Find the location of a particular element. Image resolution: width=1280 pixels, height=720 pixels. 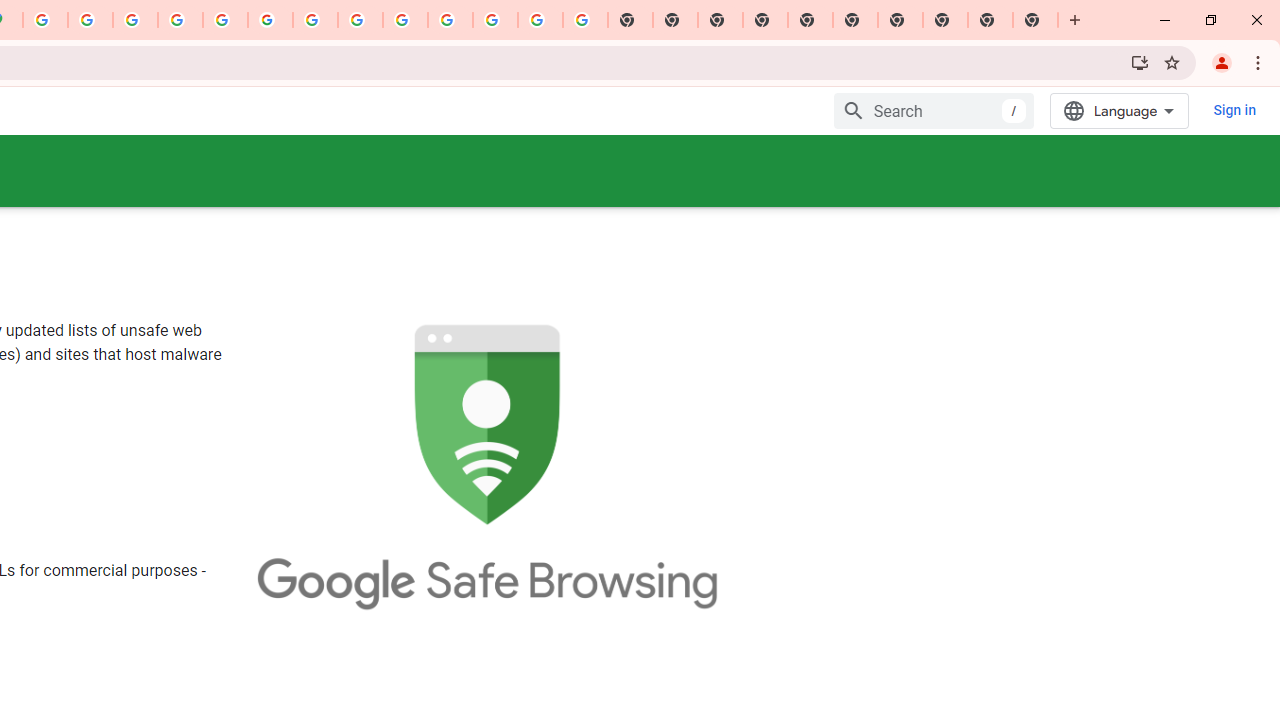

'Privacy Help Center - Policies Help' is located at coordinates (180, 20).